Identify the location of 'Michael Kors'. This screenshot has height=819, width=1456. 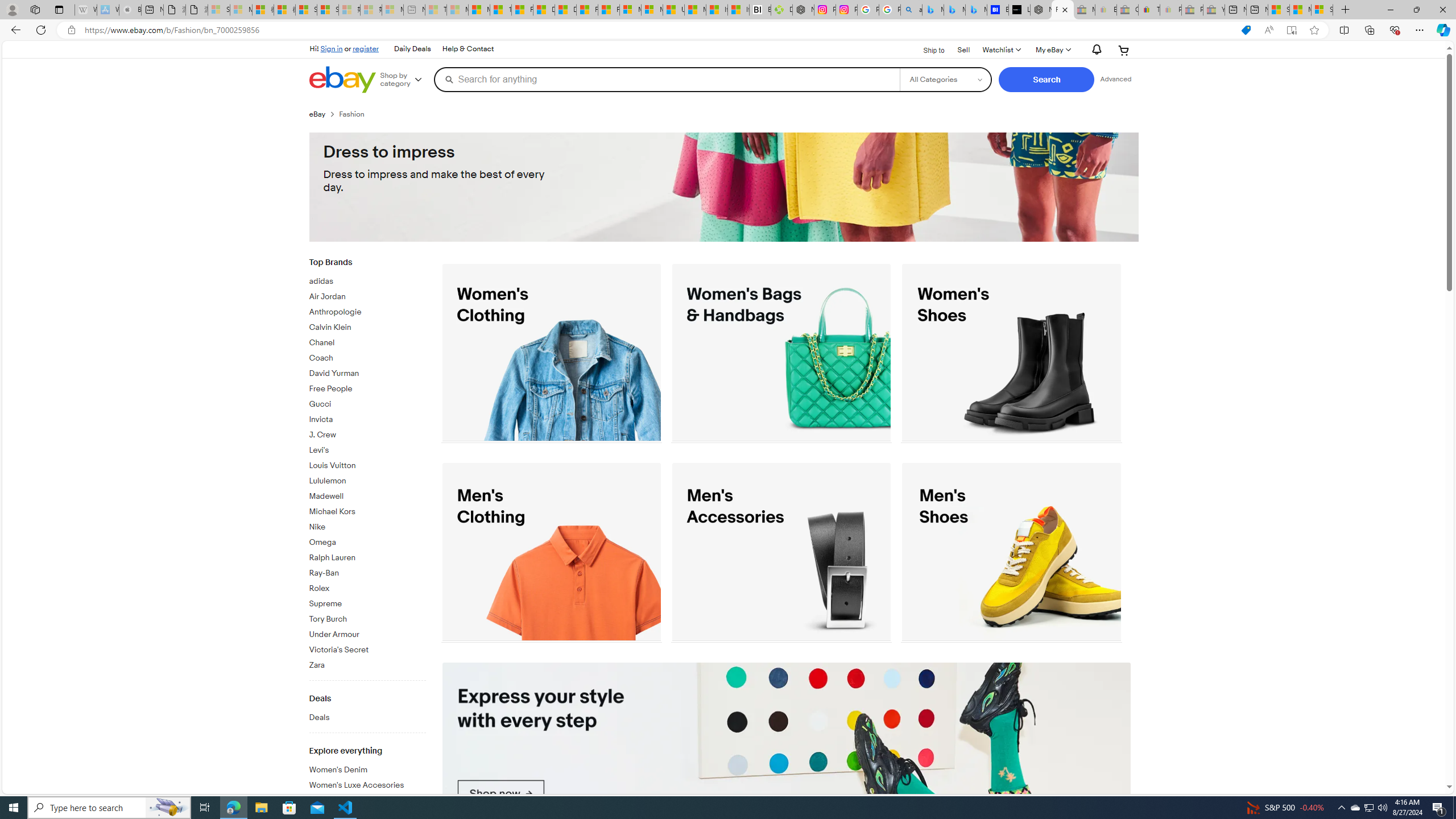
(367, 510).